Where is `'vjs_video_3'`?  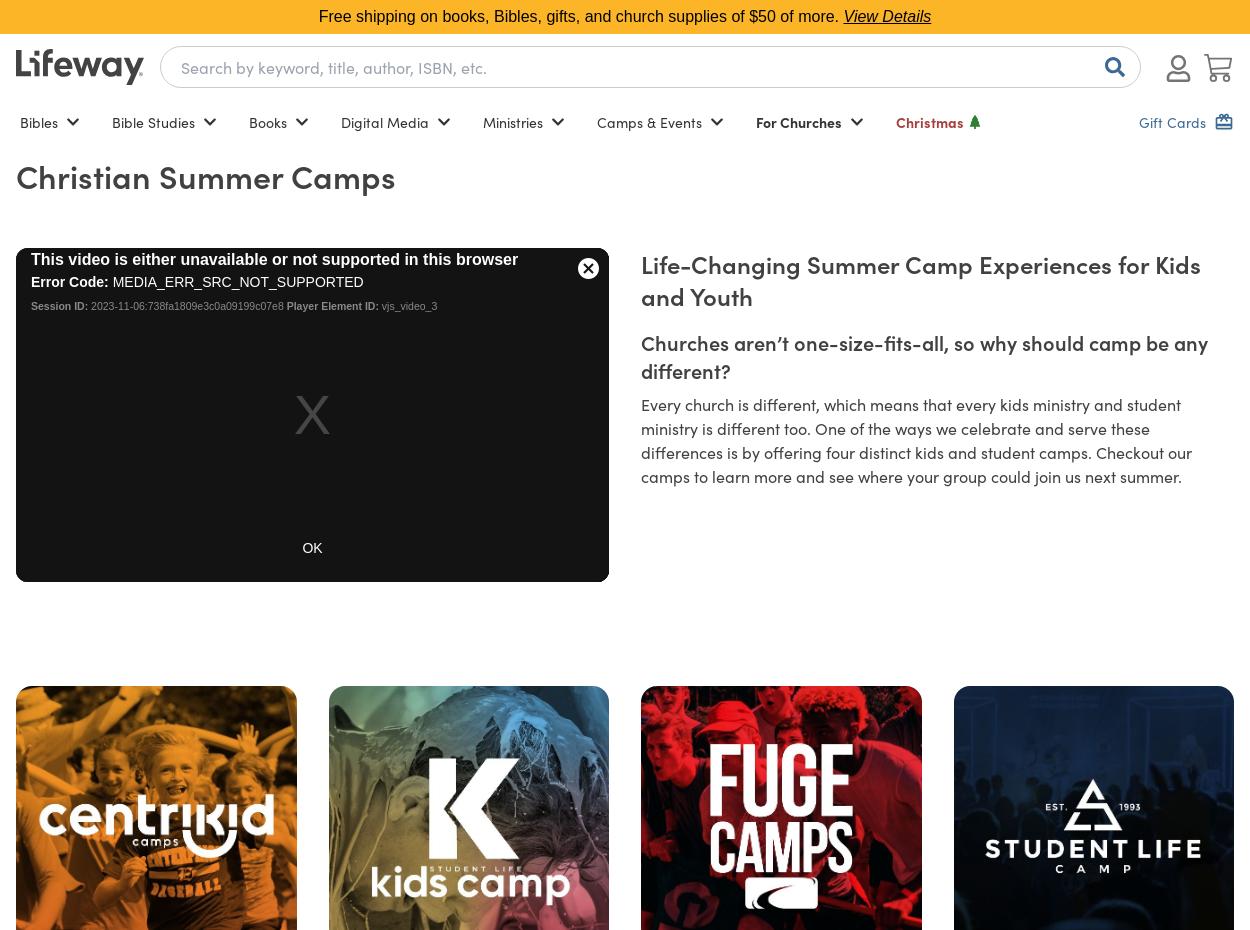 'vjs_video_3' is located at coordinates (378, 305).